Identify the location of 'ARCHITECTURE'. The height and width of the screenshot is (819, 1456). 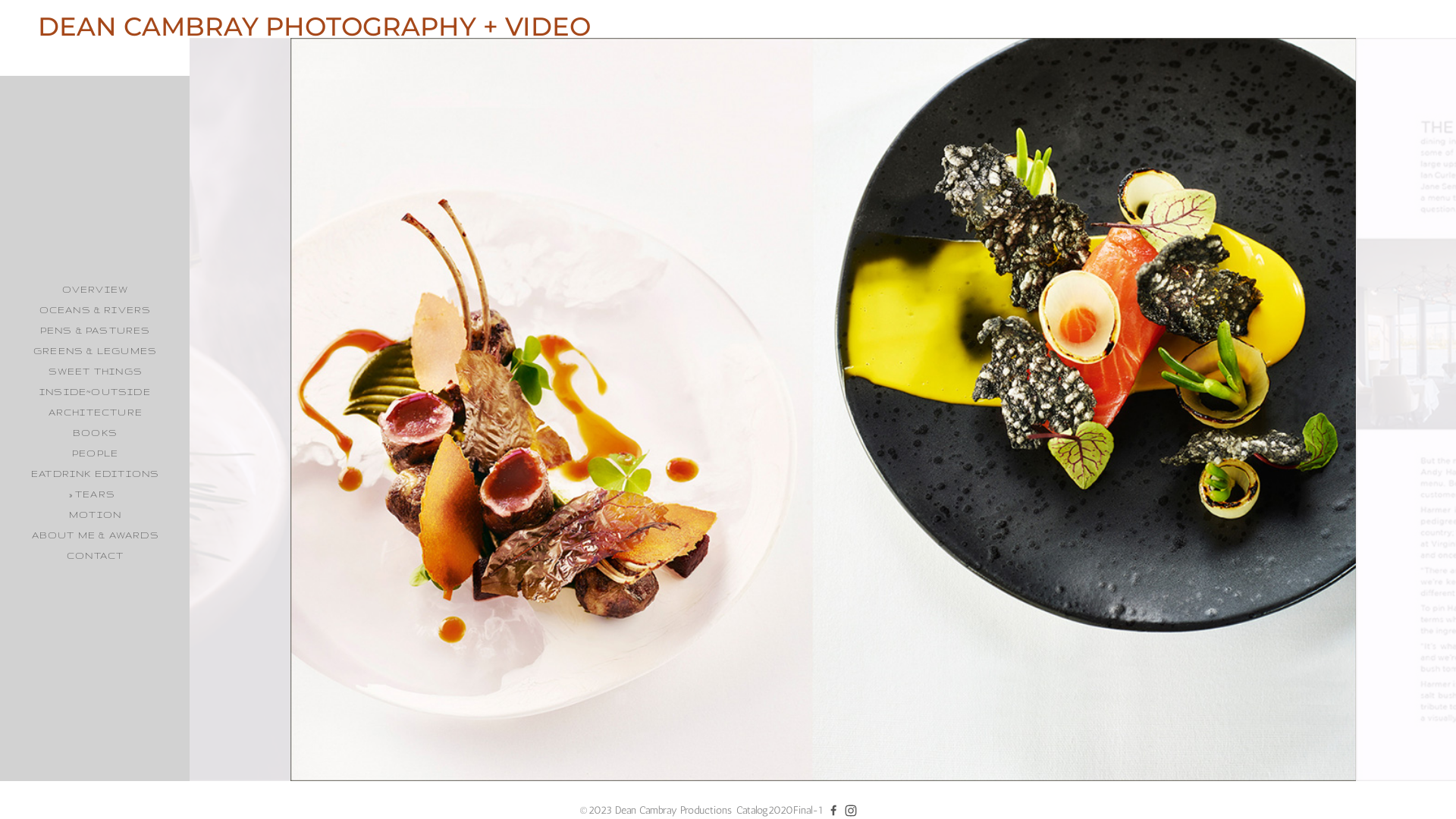
(94, 412).